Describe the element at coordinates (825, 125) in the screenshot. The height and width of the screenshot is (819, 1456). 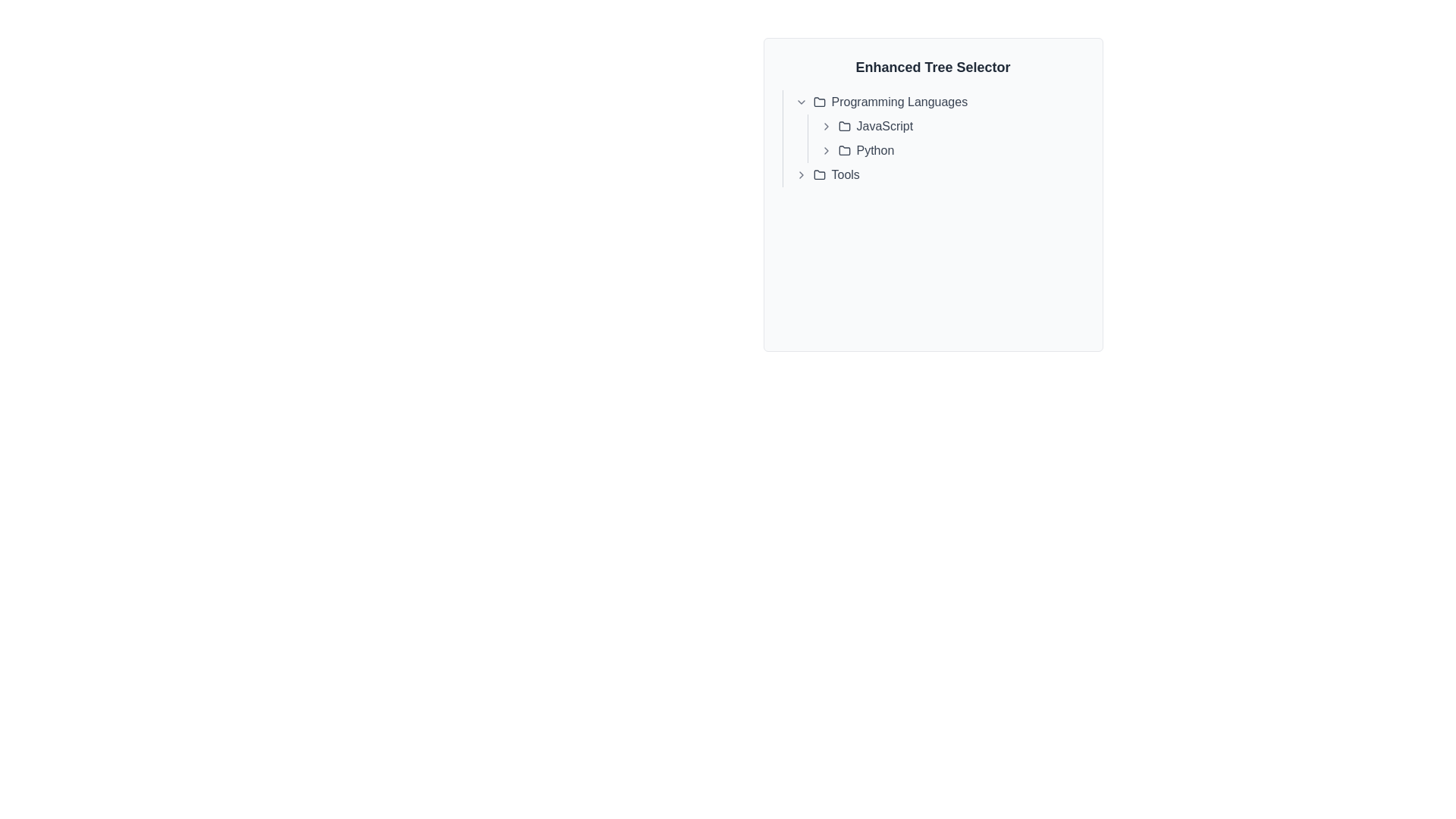
I see `the Interactive icon (Chevron Right) located within the 'JavaScript' group` at that location.